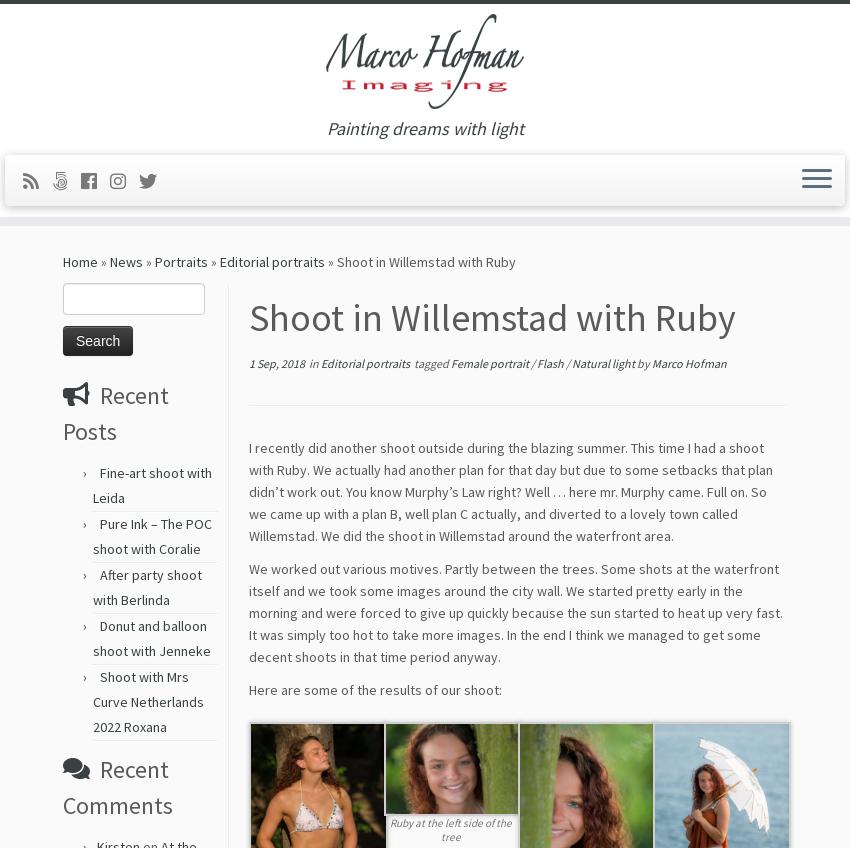 This screenshot has height=848, width=850. Describe the element at coordinates (644, 369) in the screenshot. I see `'by'` at that location.